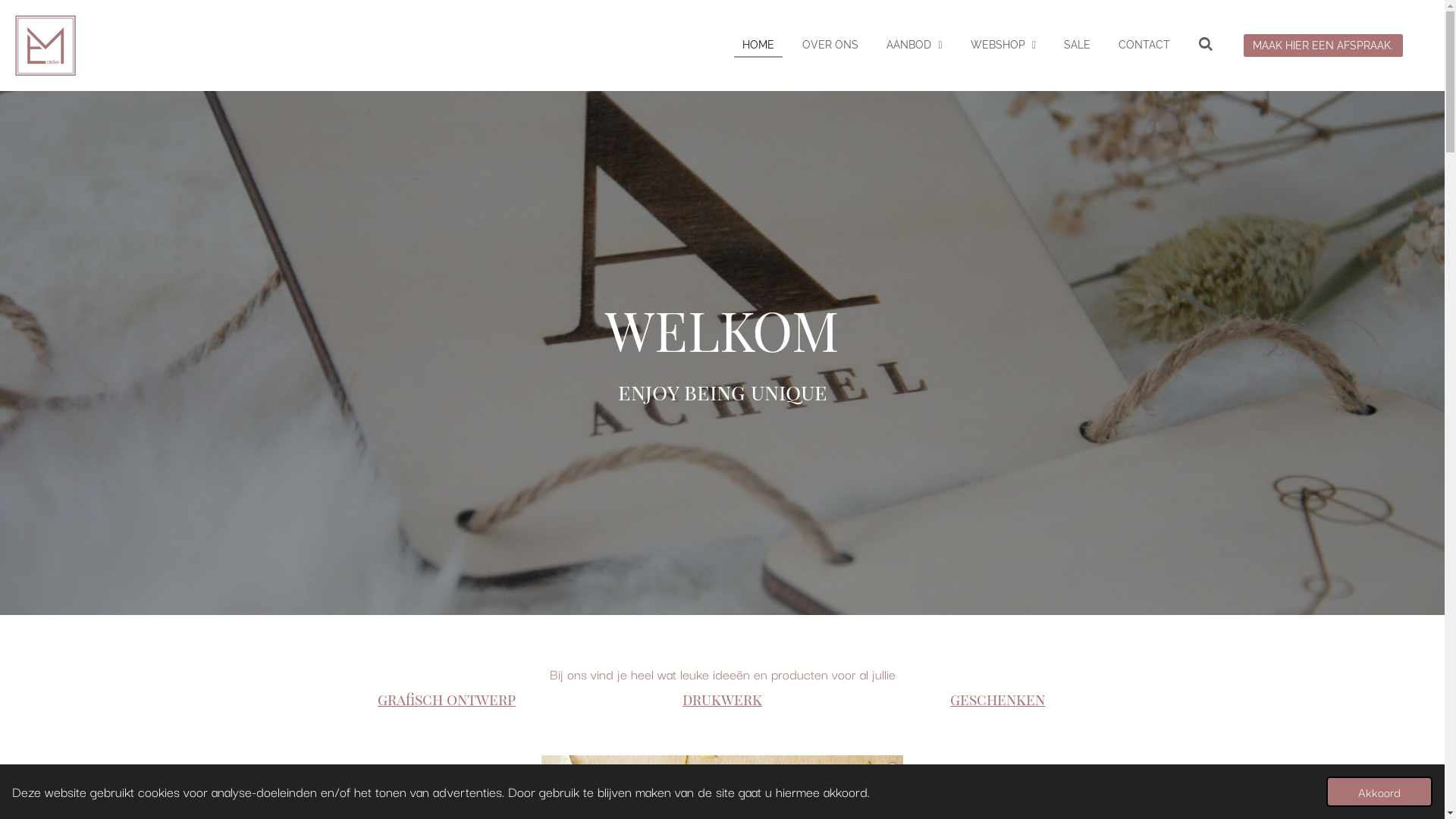 The height and width of the screenshot is (819, 1456). I want to click on 'AANBOD', so click(913, 44).